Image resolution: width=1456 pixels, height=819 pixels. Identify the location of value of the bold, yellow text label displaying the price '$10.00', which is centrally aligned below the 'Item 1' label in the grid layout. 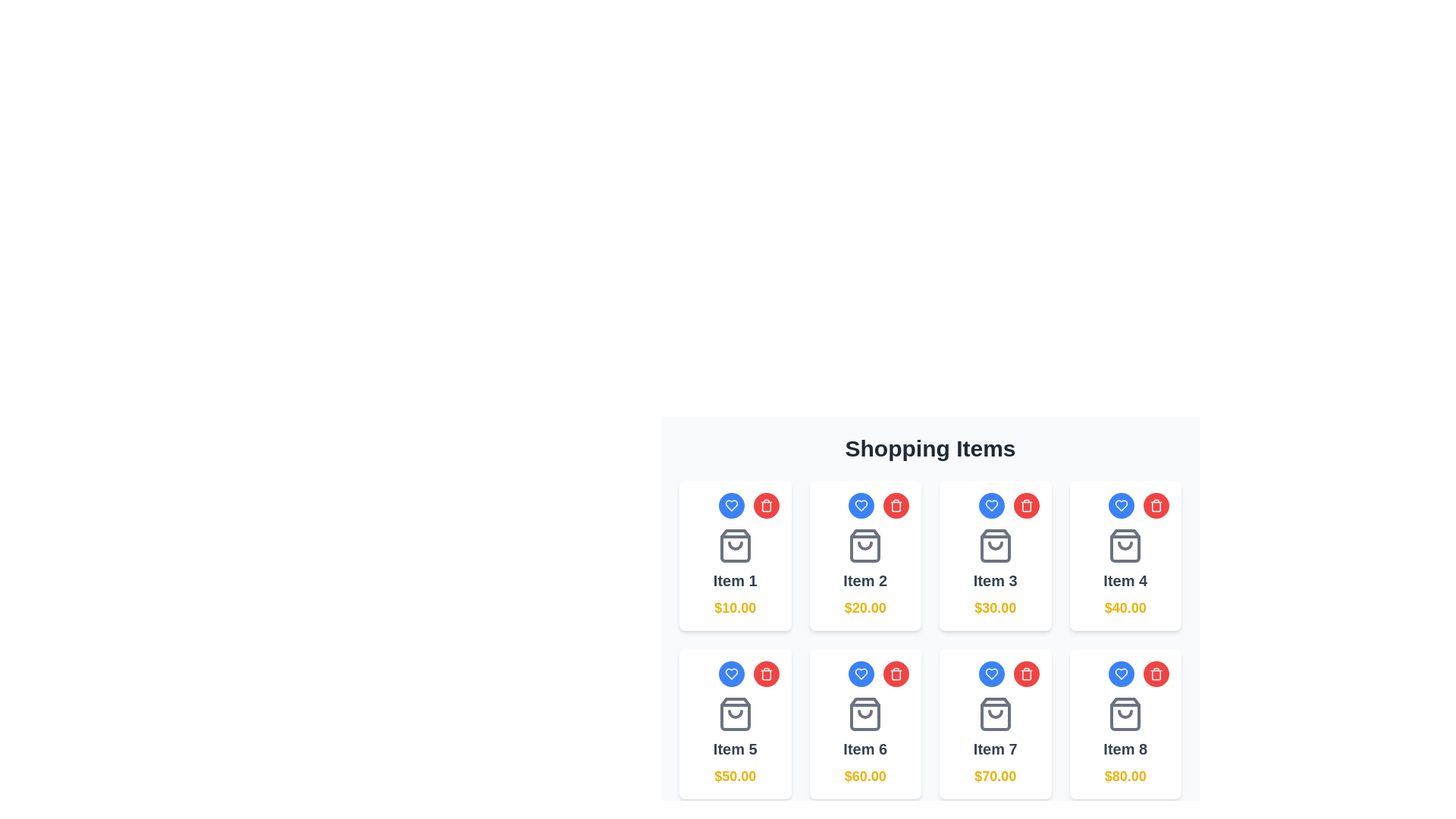
(735, 607).